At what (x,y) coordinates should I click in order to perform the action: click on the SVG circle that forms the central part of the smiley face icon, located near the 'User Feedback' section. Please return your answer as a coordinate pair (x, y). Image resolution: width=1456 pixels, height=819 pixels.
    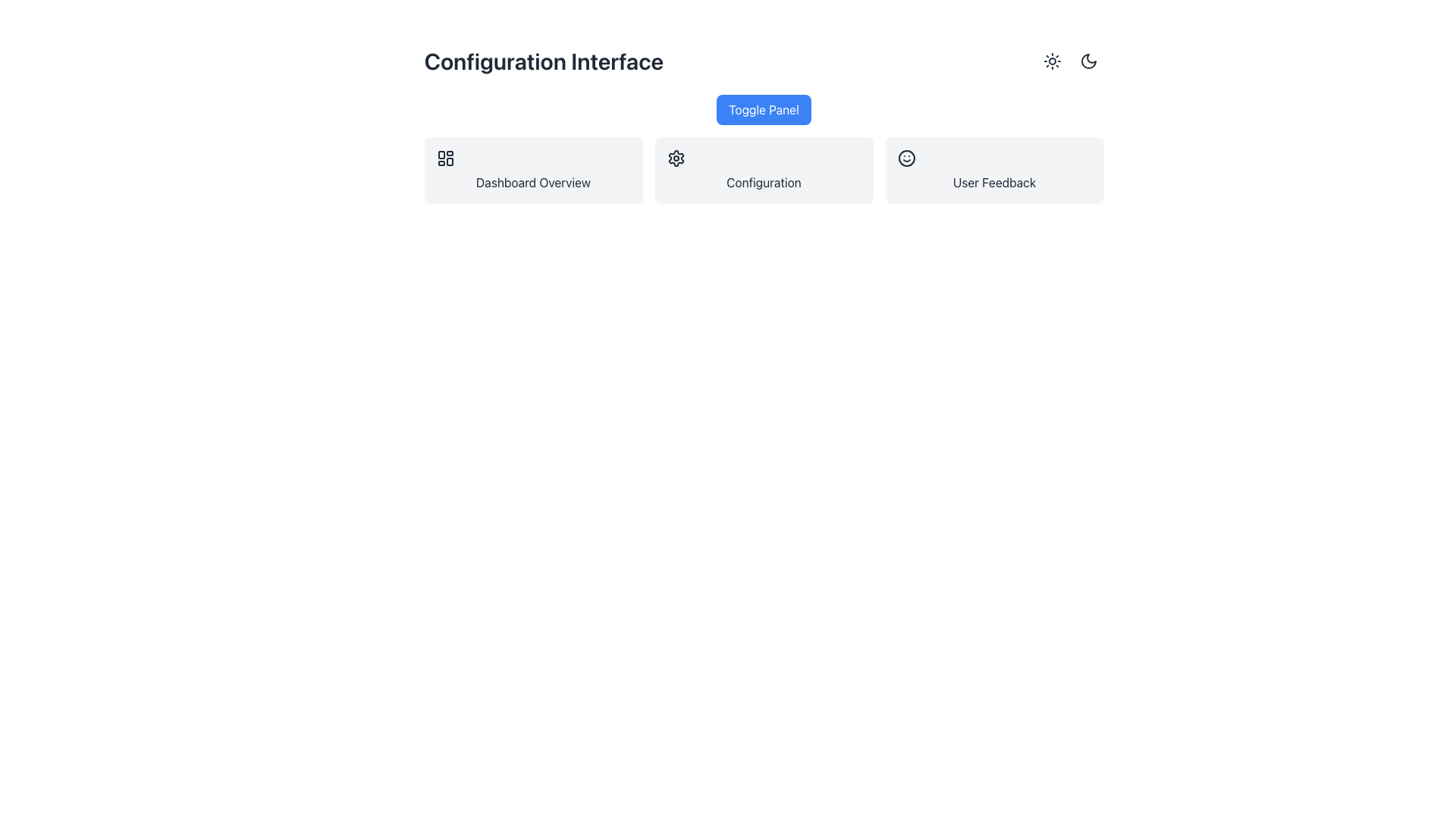
    Looking at the image, I should click on (906, 158).